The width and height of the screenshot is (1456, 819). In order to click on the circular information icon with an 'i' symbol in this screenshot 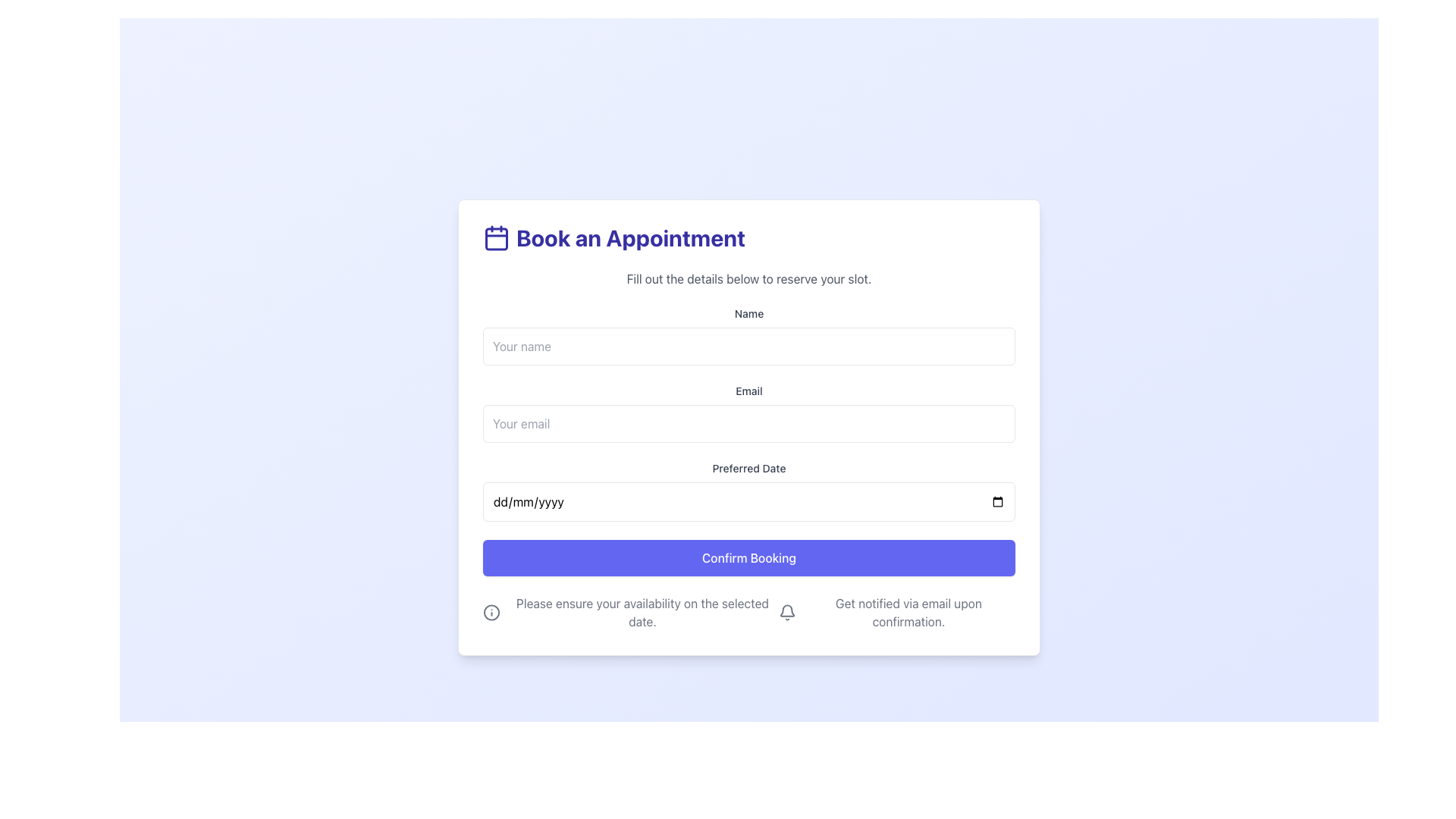, I will do `click(491, 611)`.